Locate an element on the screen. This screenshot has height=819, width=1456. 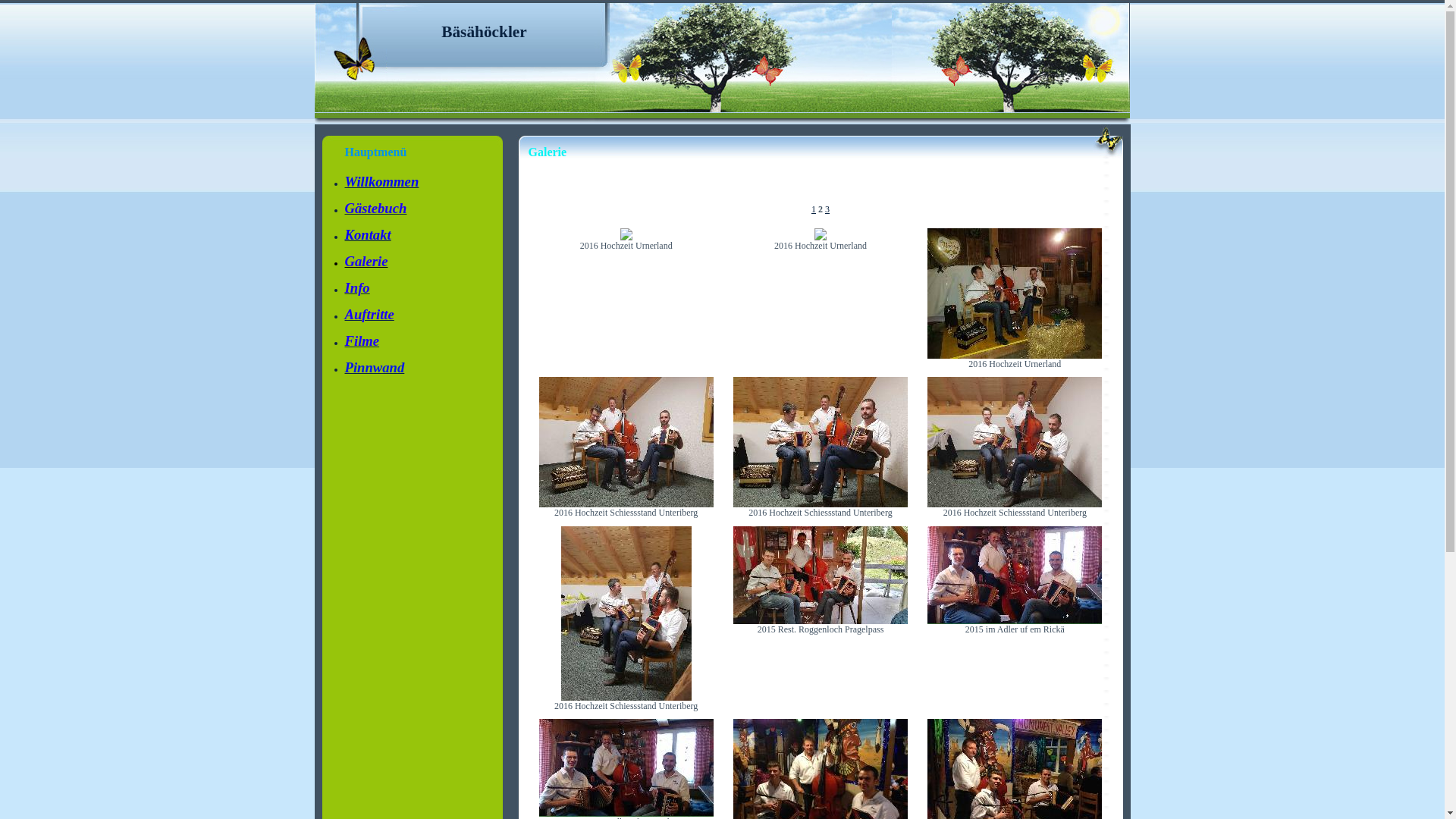
'Kontakt' is located at coordinates (344, 237).